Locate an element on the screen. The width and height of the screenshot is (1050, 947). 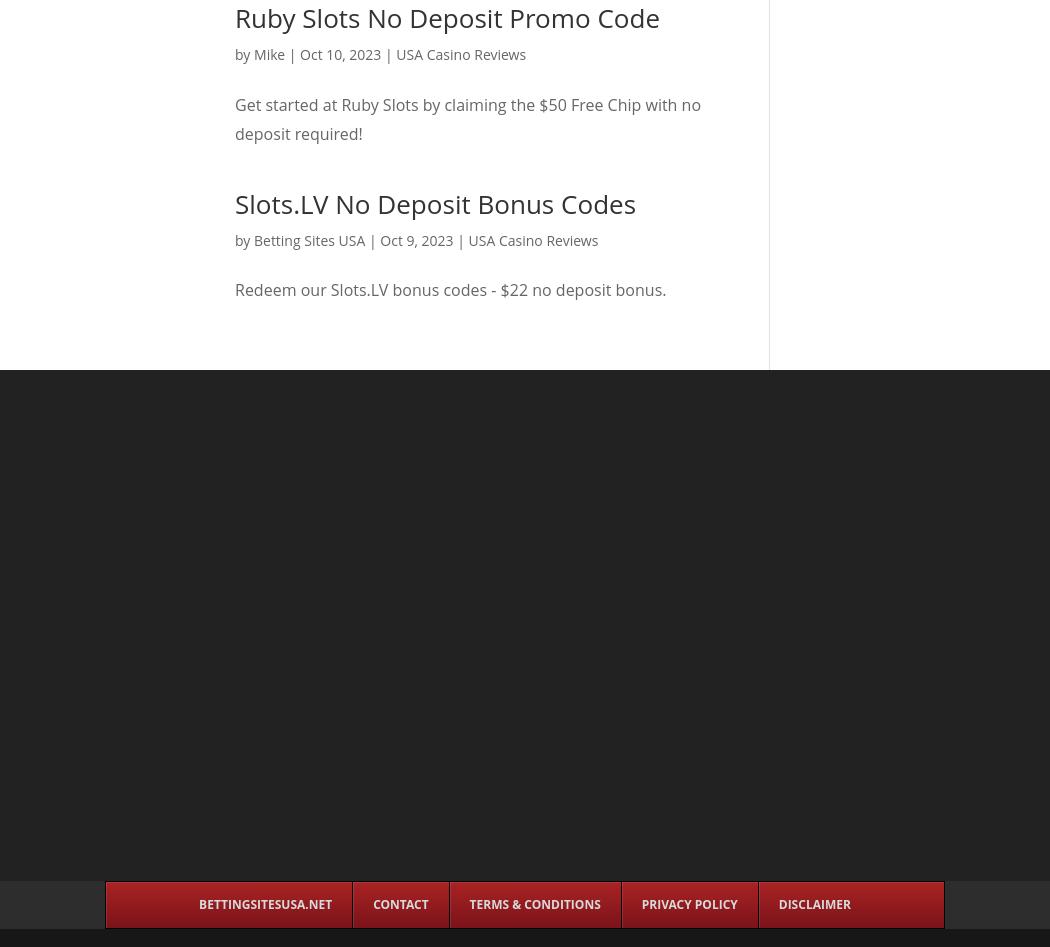
'Disclaimer' is located at coordinates (812, 903).